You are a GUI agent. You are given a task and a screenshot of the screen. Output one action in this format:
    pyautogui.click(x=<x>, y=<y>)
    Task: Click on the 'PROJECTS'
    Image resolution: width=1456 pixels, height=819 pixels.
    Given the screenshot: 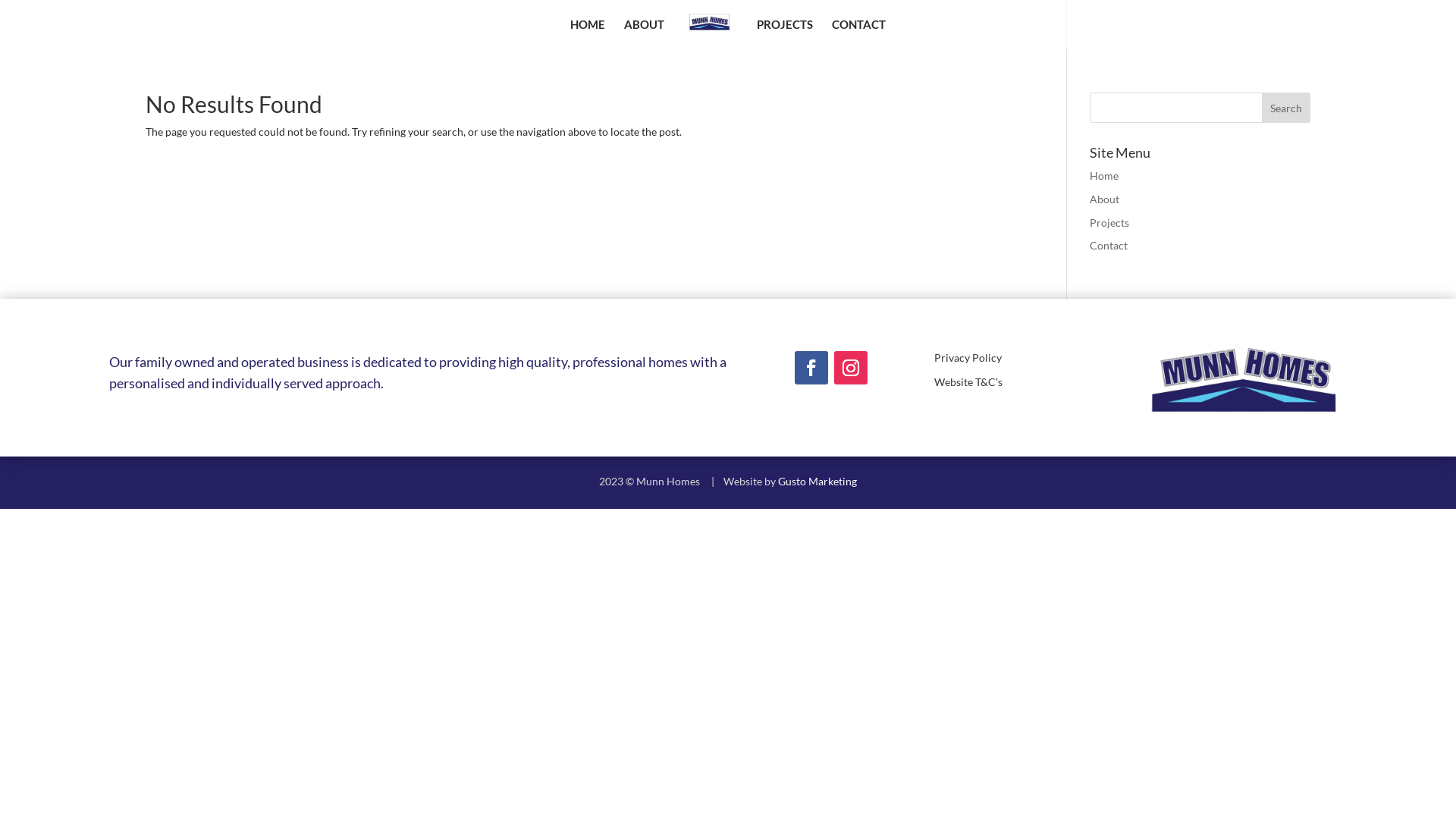 What is the action you would take?
    pyautogui.click(x=785, y=33)
    